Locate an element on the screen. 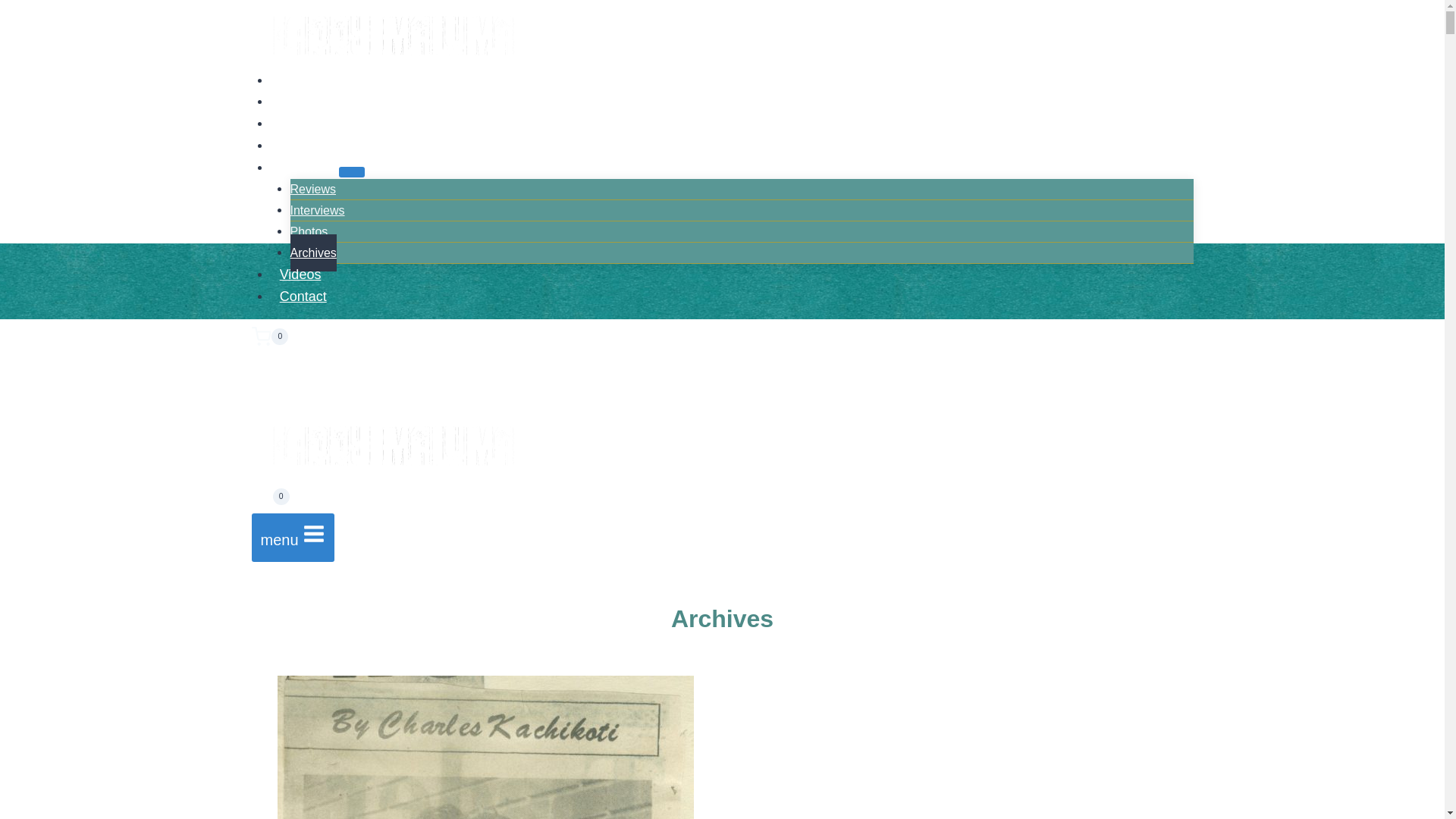  'Videos' is located at coordinates (270, 275).